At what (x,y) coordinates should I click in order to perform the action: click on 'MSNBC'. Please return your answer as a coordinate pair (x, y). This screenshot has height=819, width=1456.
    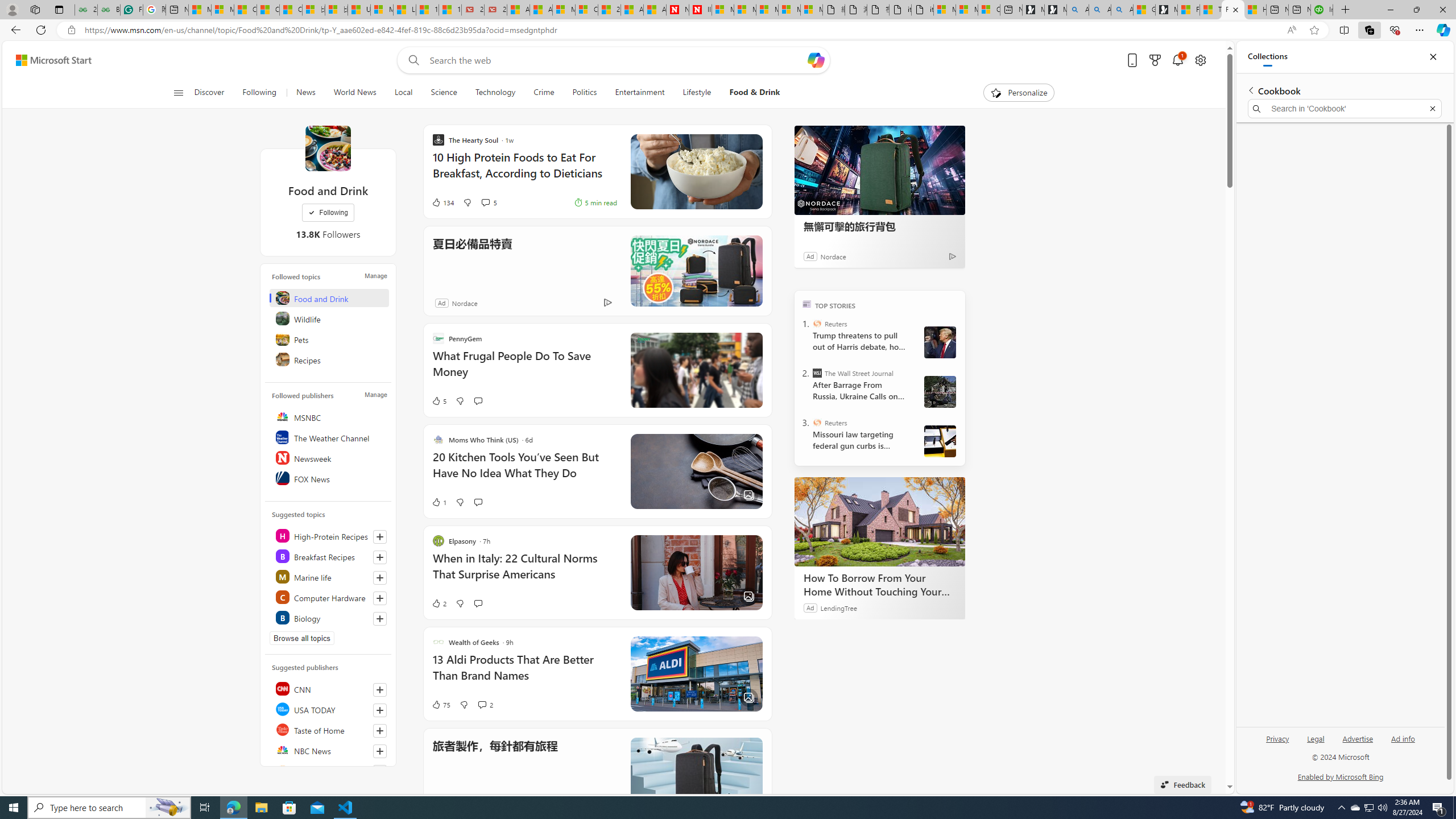
    Looking at the image, I should click on (329, 416).